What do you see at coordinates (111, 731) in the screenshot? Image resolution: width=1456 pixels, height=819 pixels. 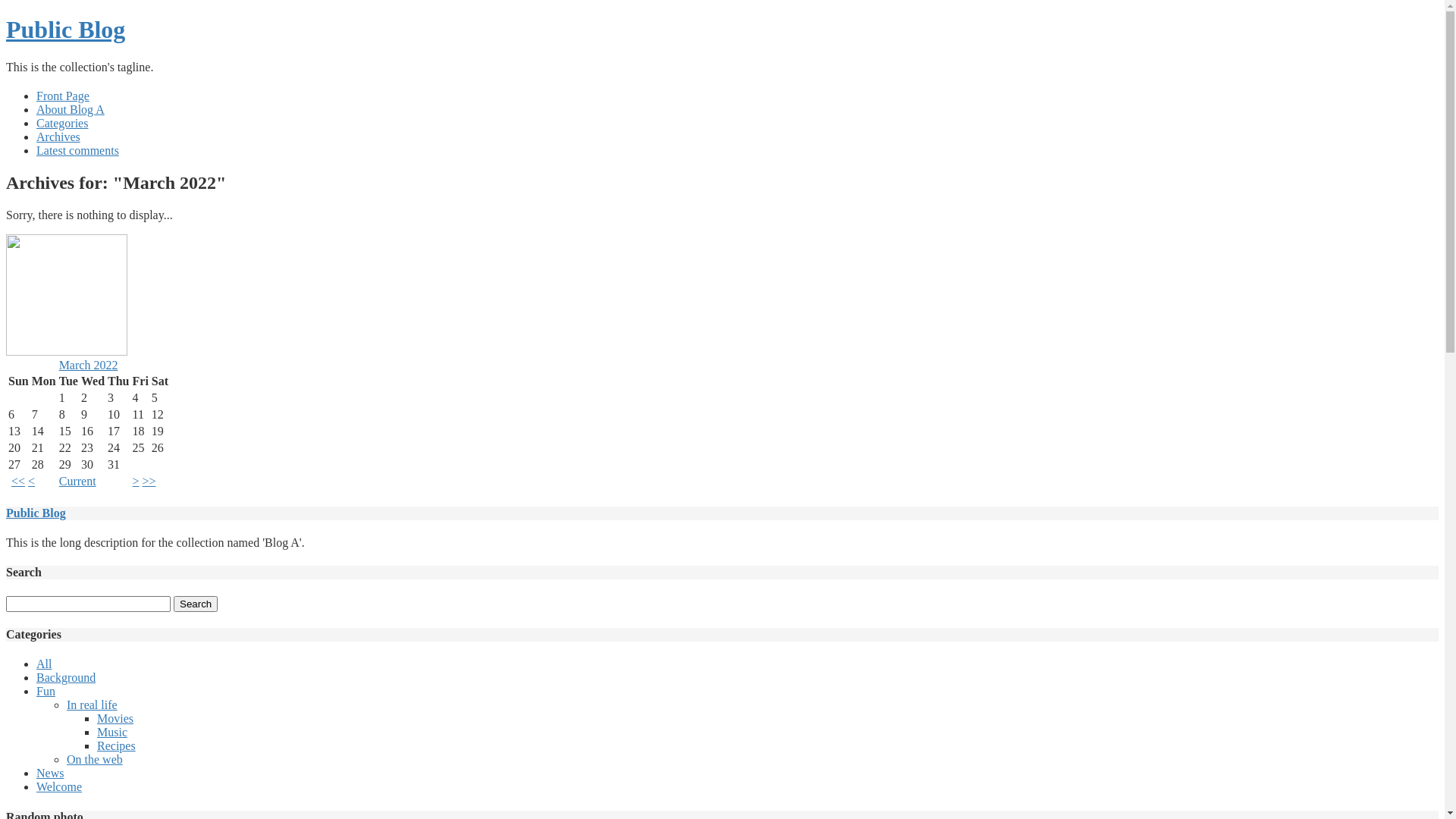 I see `'Music'` at bounding box center [111, 731].